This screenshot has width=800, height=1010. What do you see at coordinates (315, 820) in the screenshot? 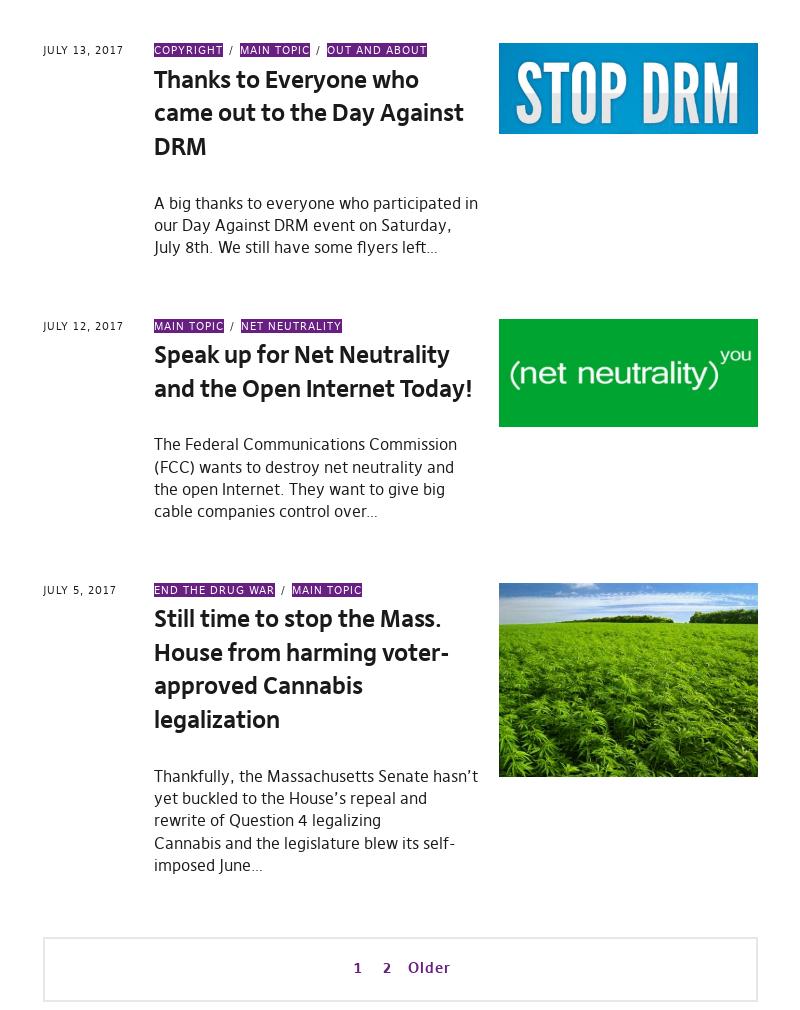
I see `'Thankfully, the Massachusetts Senate hasn’t yet buckled to the House’s repeal and rewrite of Question 4 legalizing Cannabis and the legislature blew its self-imposed June…'` at bounding box center [315, 820].